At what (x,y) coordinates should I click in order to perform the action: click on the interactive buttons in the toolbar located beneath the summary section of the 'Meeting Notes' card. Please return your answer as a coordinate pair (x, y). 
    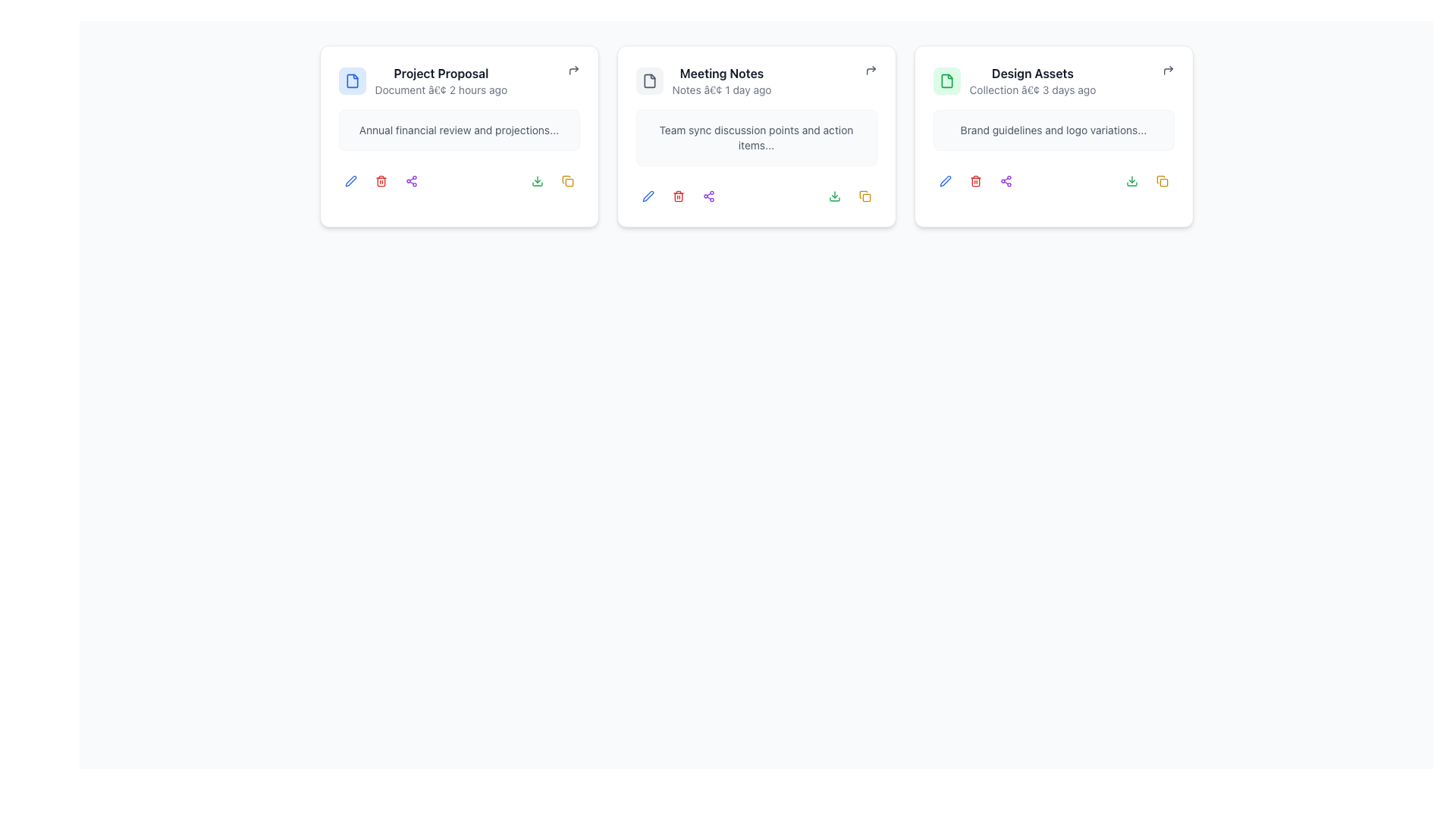
    Looking at the image, I should click on (756, 192).